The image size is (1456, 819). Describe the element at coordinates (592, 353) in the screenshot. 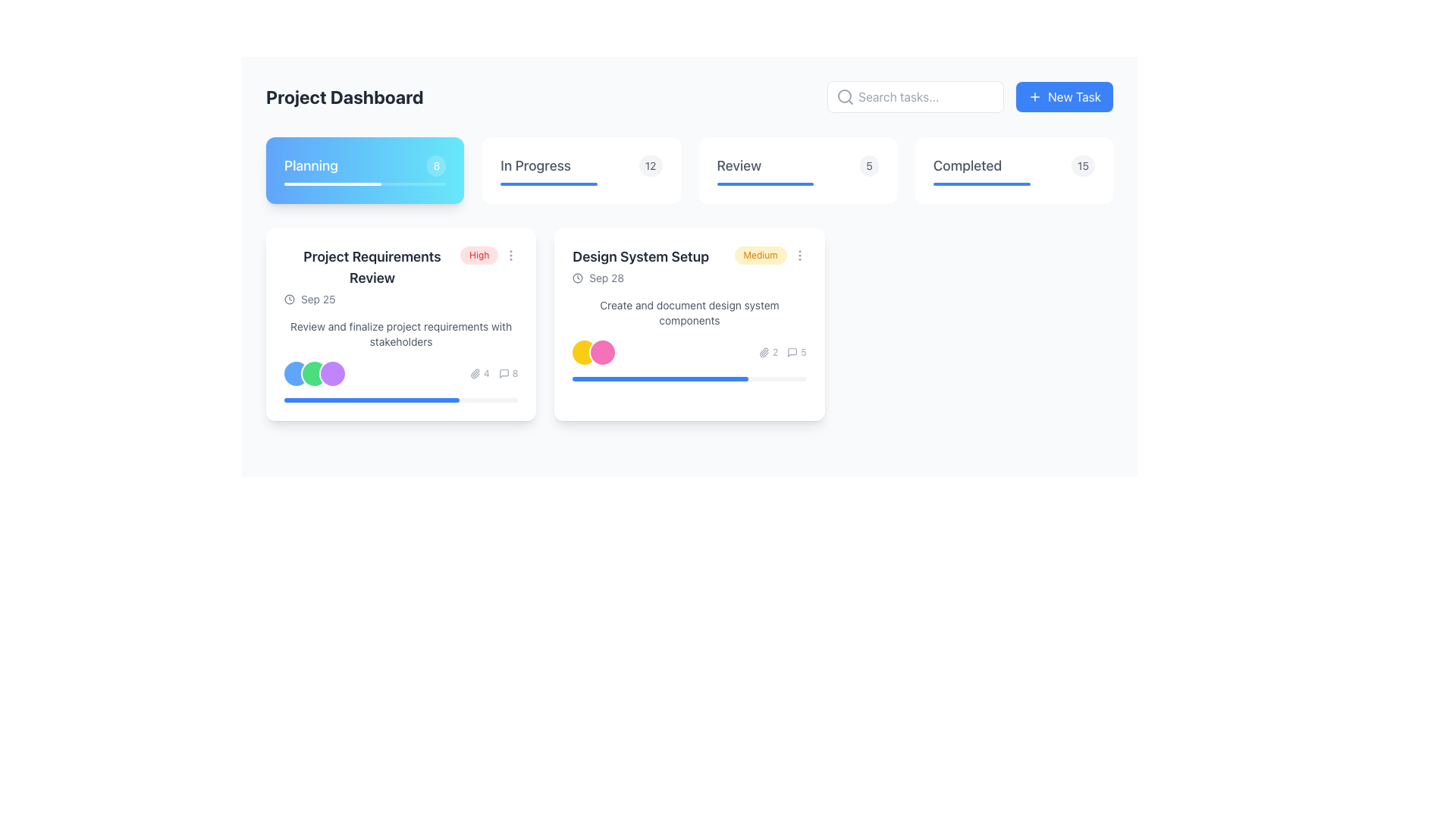

I see `the user avatar group consisting of two circular icons, one yellow with 'John' and another pink with 'Lisa'` at that location.